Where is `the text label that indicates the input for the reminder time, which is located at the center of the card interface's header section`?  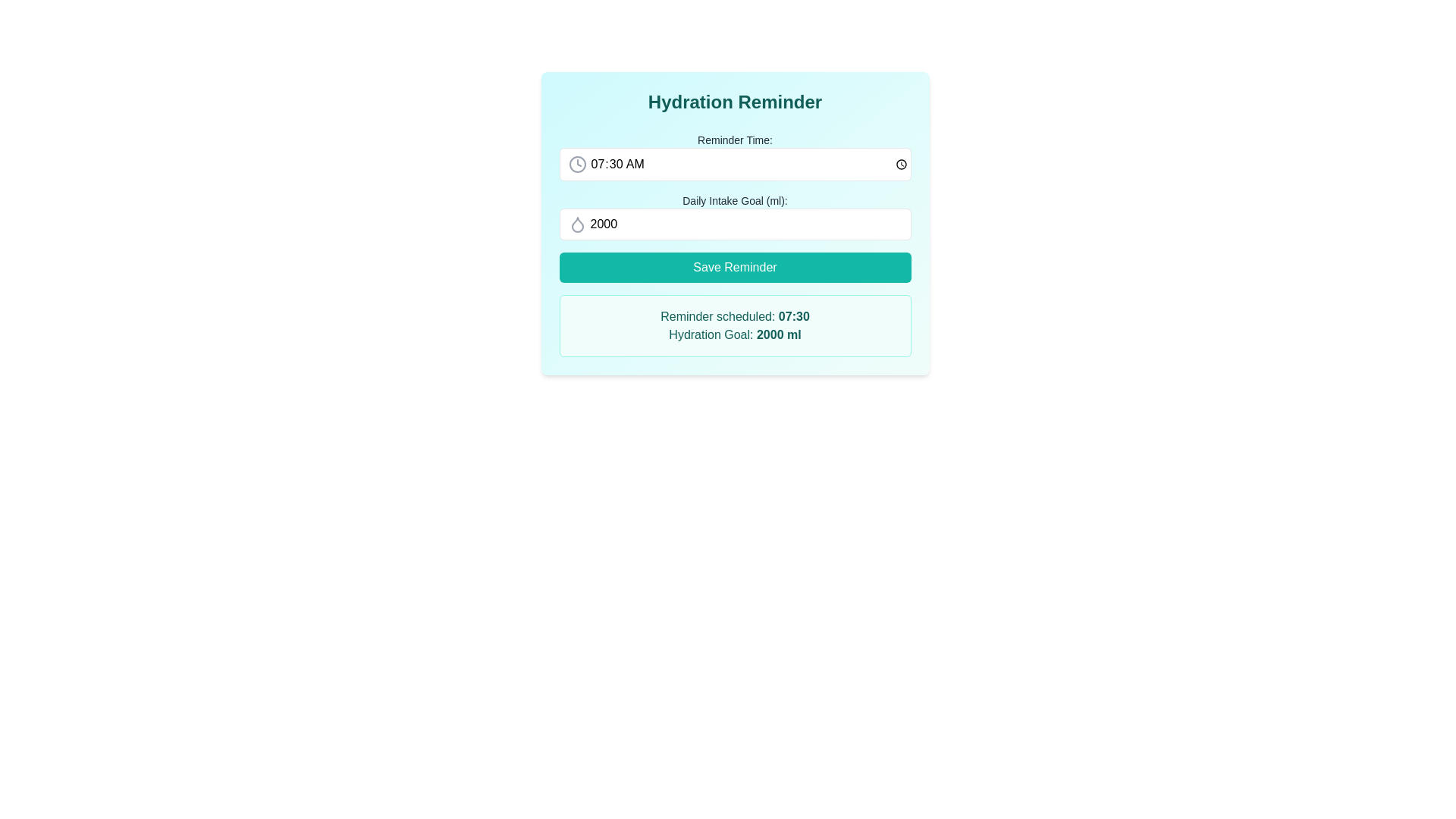
the text label that indicates the input for the reminder time, which is located at the center of the card interface's header section is located at coordinates (735, 140).